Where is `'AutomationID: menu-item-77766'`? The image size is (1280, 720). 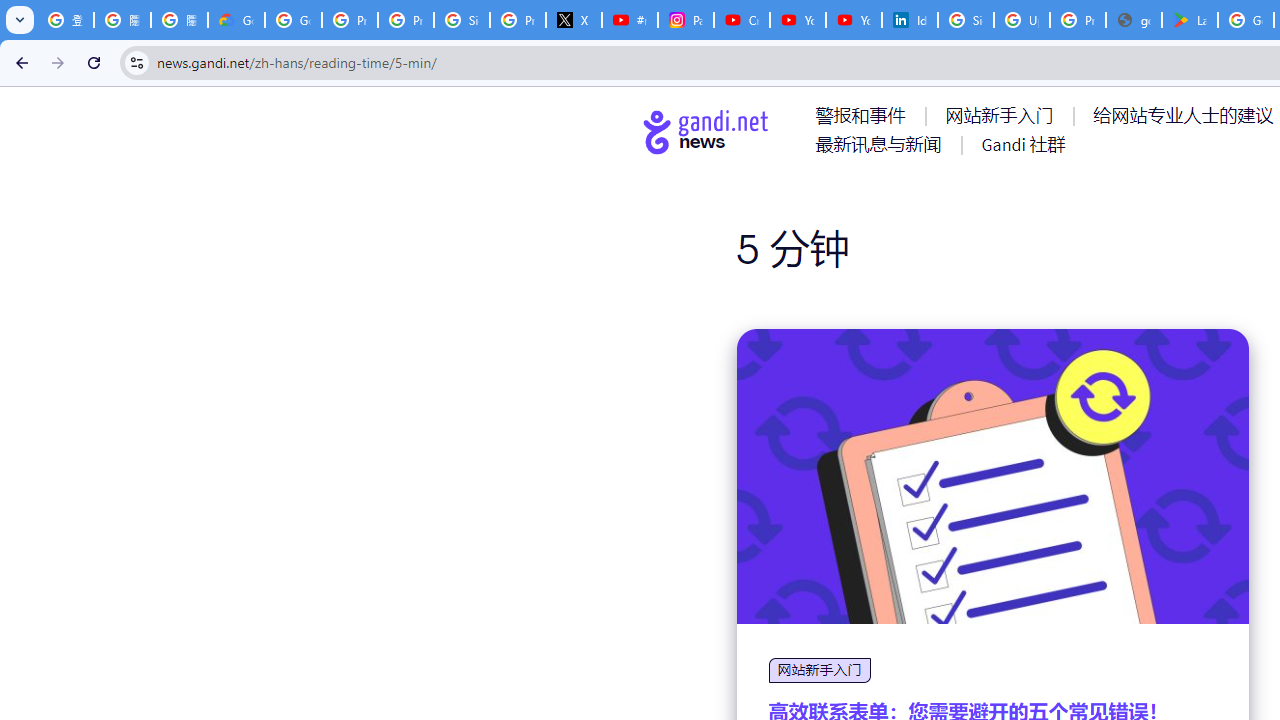 'AutomationID: menu-item-77766' is located at coordinates (881, 143).